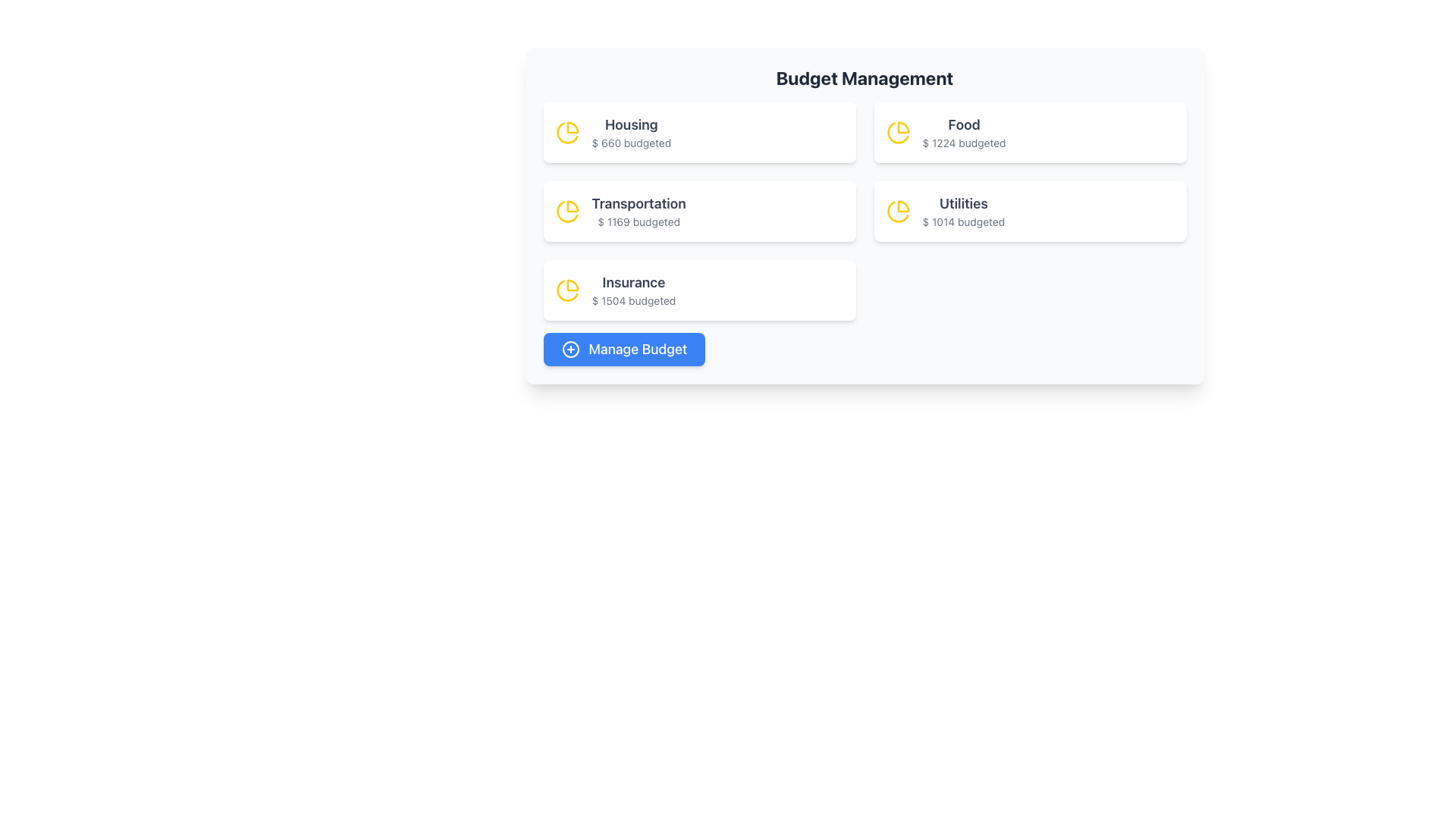 This screenshot has height=819, width=1456. What do you see at coordinates (963, 131) in the screenshot?
I see `information displayed in the Textual Information Display labeled 'Food' with an allocated budget of $1224, located in the top-right quadrant of the interface` at bounding box center [963, 131].